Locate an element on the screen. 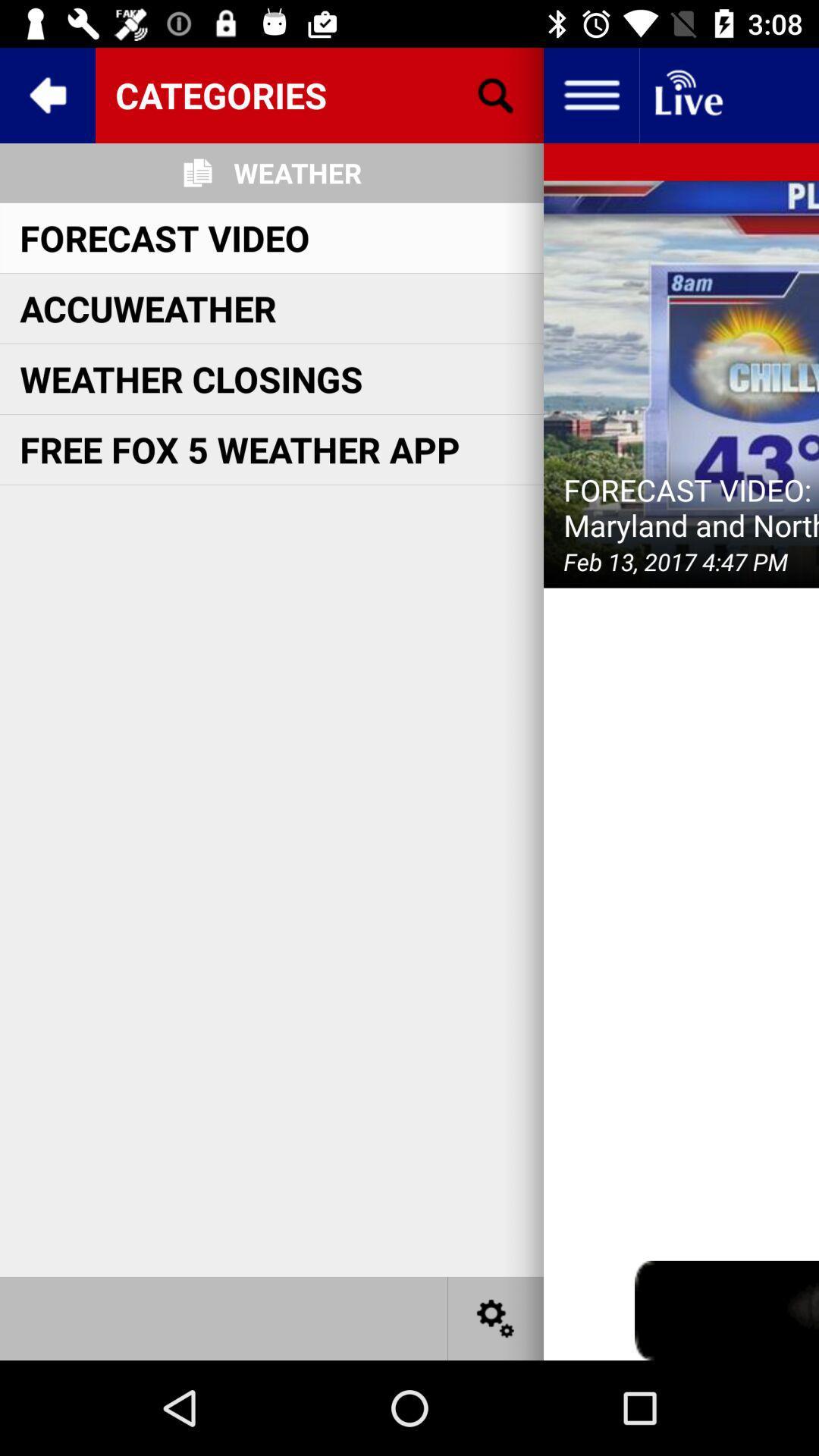 Image resolution: width=819 pixels, height=1456 pixels. the settings icon is located at coordinates (496, 1317).